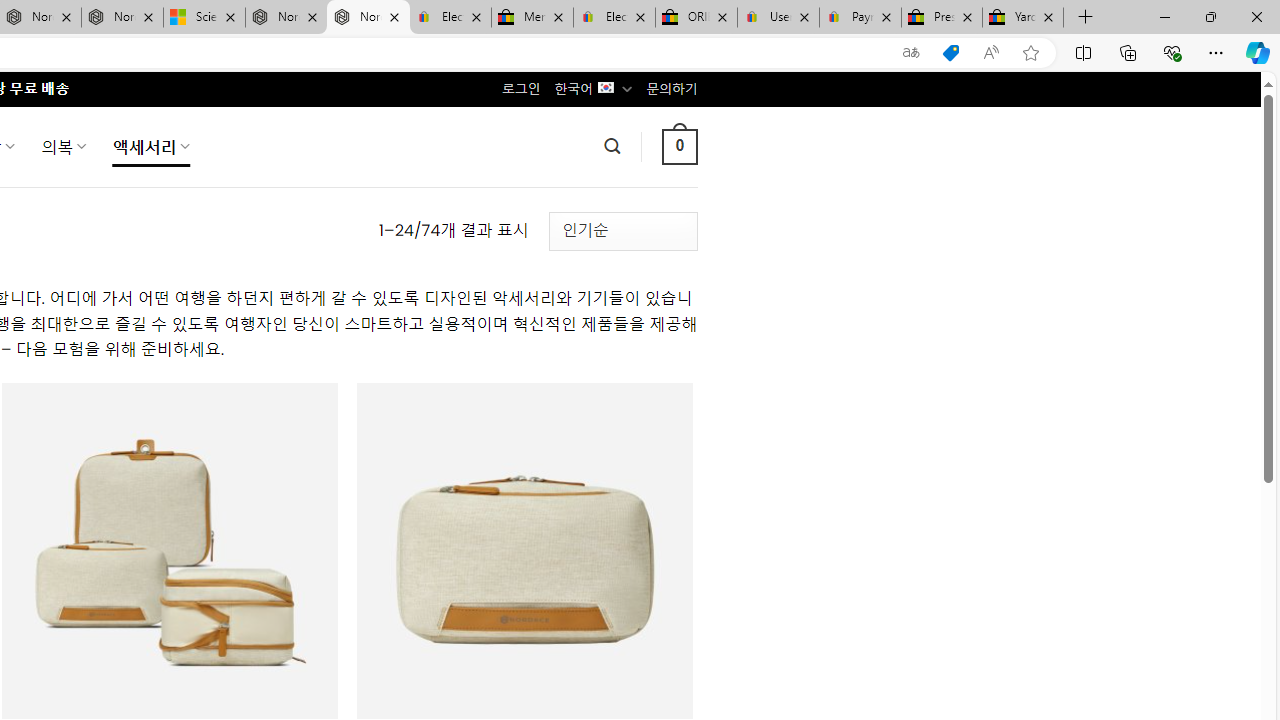  What do you see at coordinates (1023, 17) in the screenshot?
I see `'Yard, Garden & Outdoor Living'` at bounding box center [1023, 17].